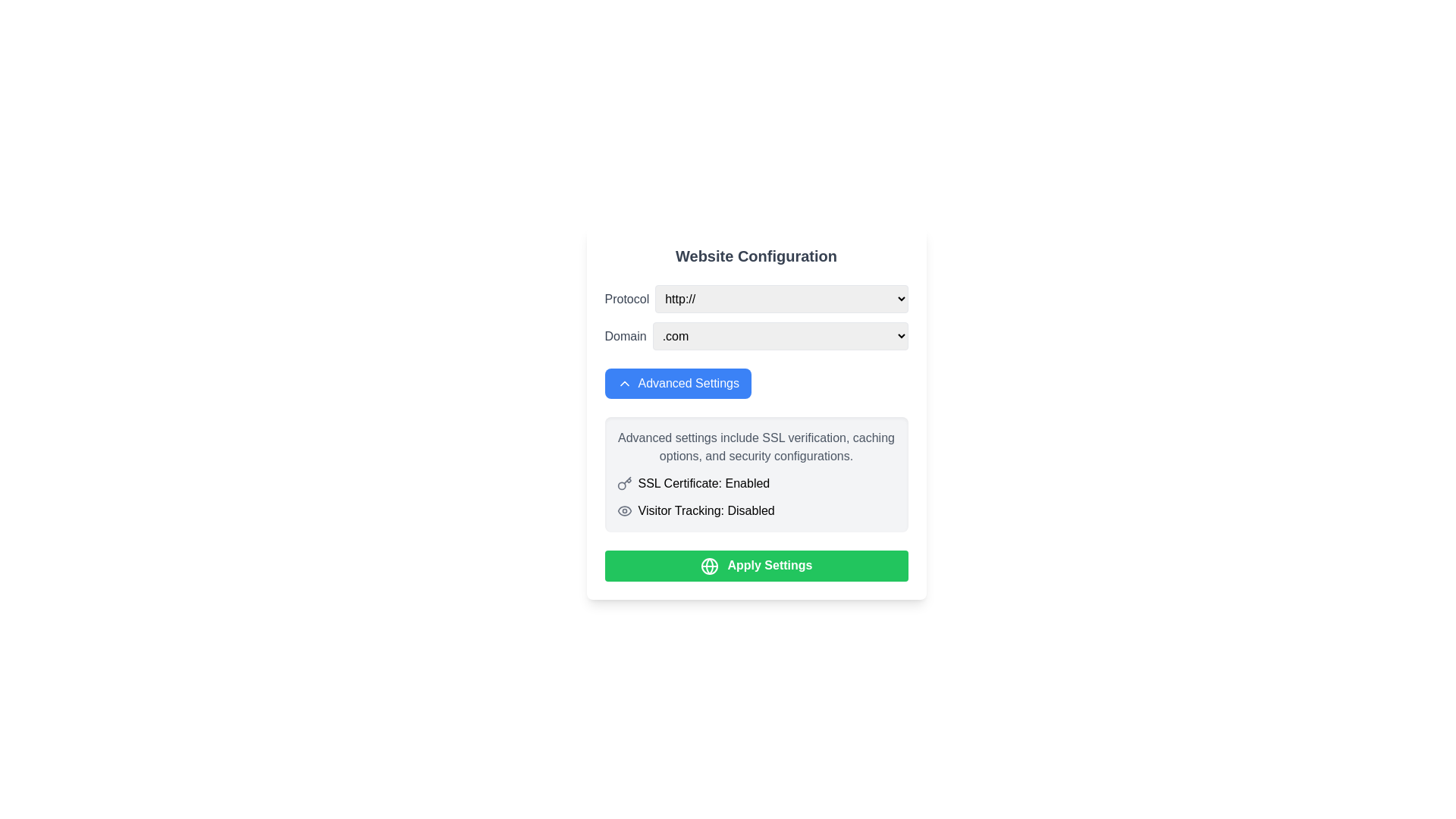 The image size is (1456, 819). Describe the element at coordinates (756, 566) in the screenshot. I see `the rectangular green button labeled 'Apply Settings' located at the bottom of the 'Website Configuration' card section` at that location.